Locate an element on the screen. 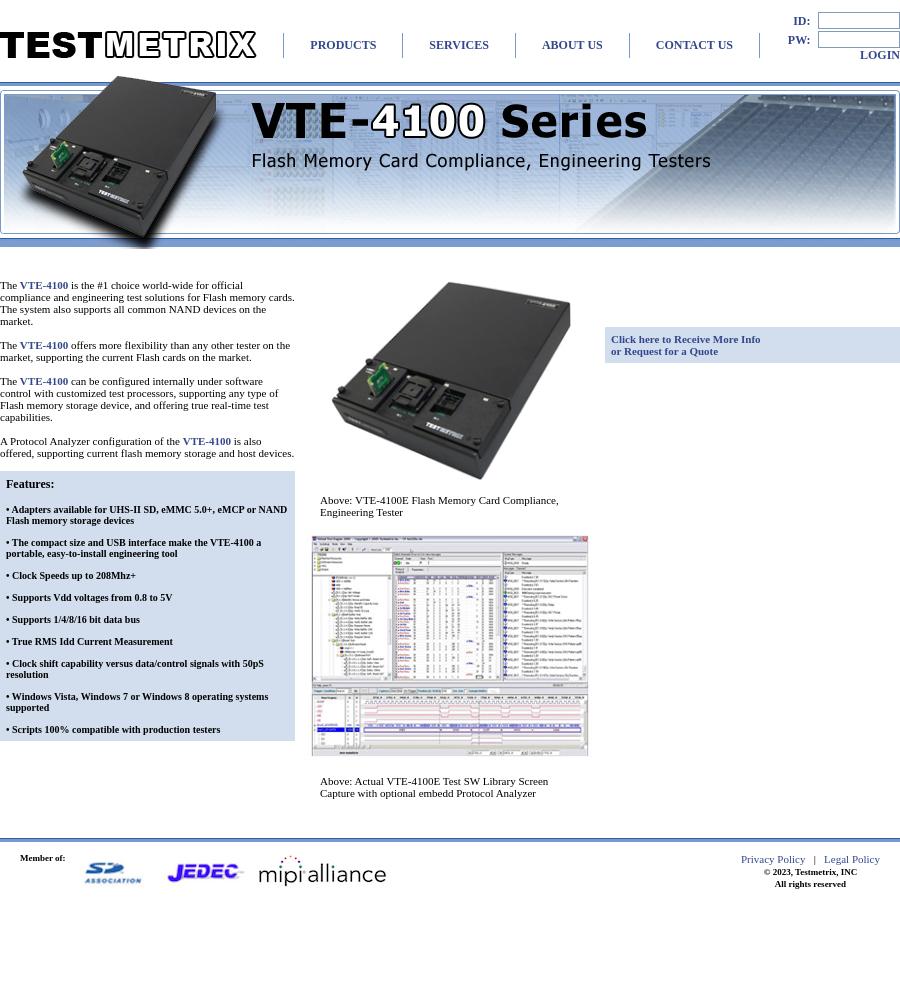  'Above: VTE-4100E Flash Memory Card Compliance, Engineering Tester' is located at coordinates (439, 506).